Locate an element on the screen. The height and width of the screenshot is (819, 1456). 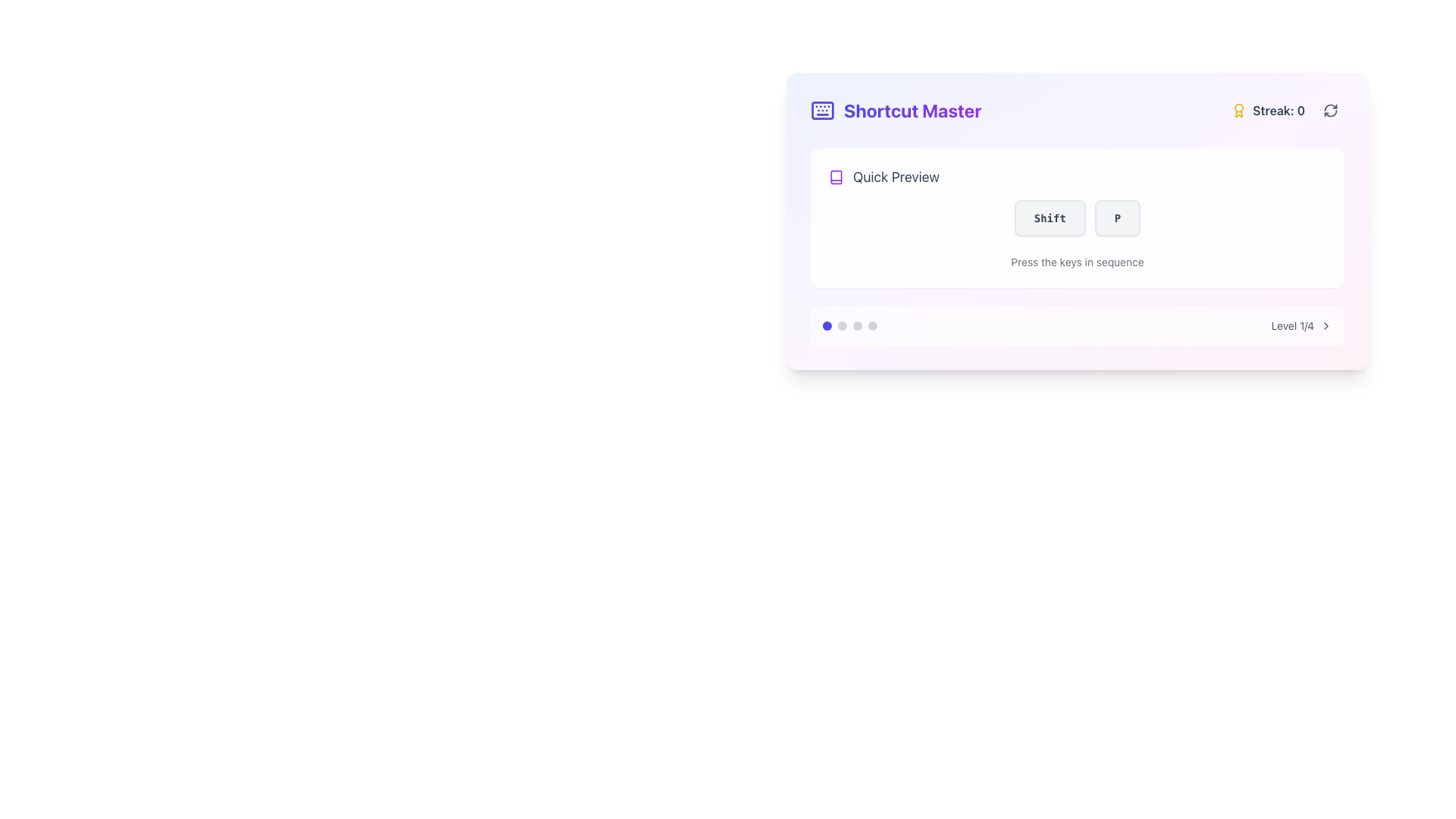
the decorative icon that represents the 'Shortcut Master' feature, located to the left of the 'Shortcut Master' text in the top-left area of the main card is located at coordinates (821, 110).